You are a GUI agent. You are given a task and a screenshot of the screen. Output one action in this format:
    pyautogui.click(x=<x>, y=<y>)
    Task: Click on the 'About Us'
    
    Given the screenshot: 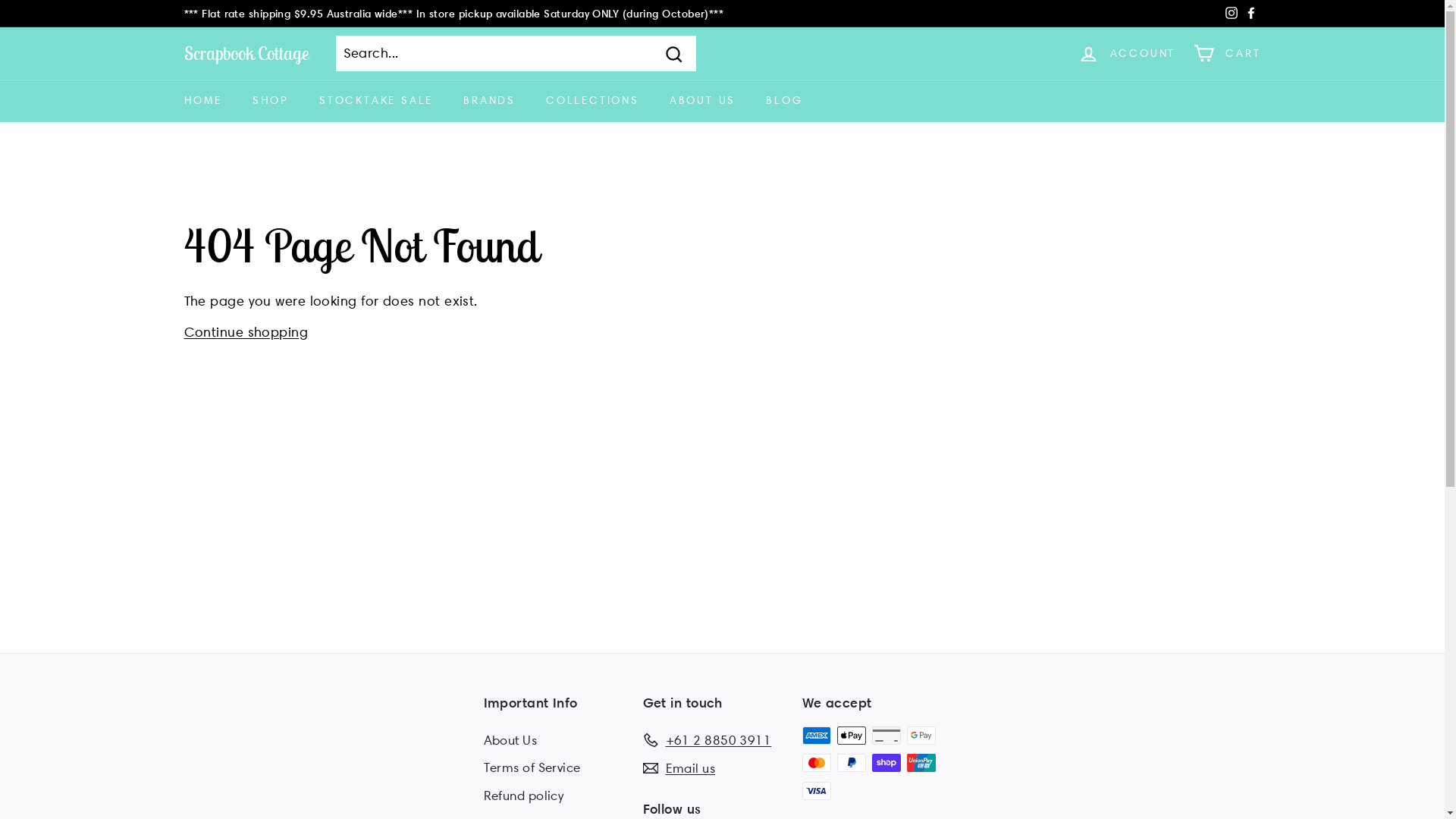 What is the action you would take?
    pyautogui.click(x=510, y=739)
    